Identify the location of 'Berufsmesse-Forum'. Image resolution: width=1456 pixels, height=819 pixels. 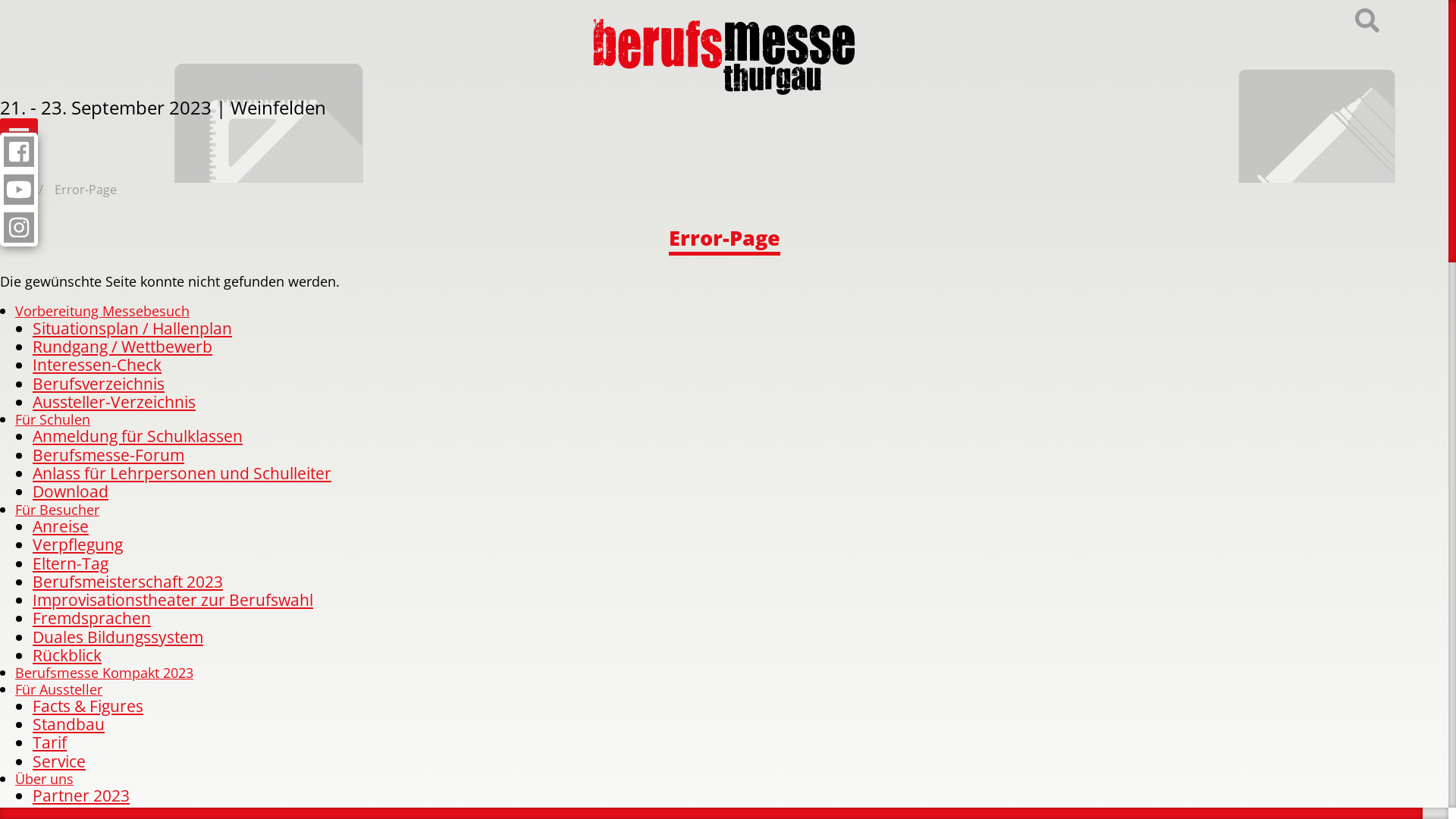
(108, 453).